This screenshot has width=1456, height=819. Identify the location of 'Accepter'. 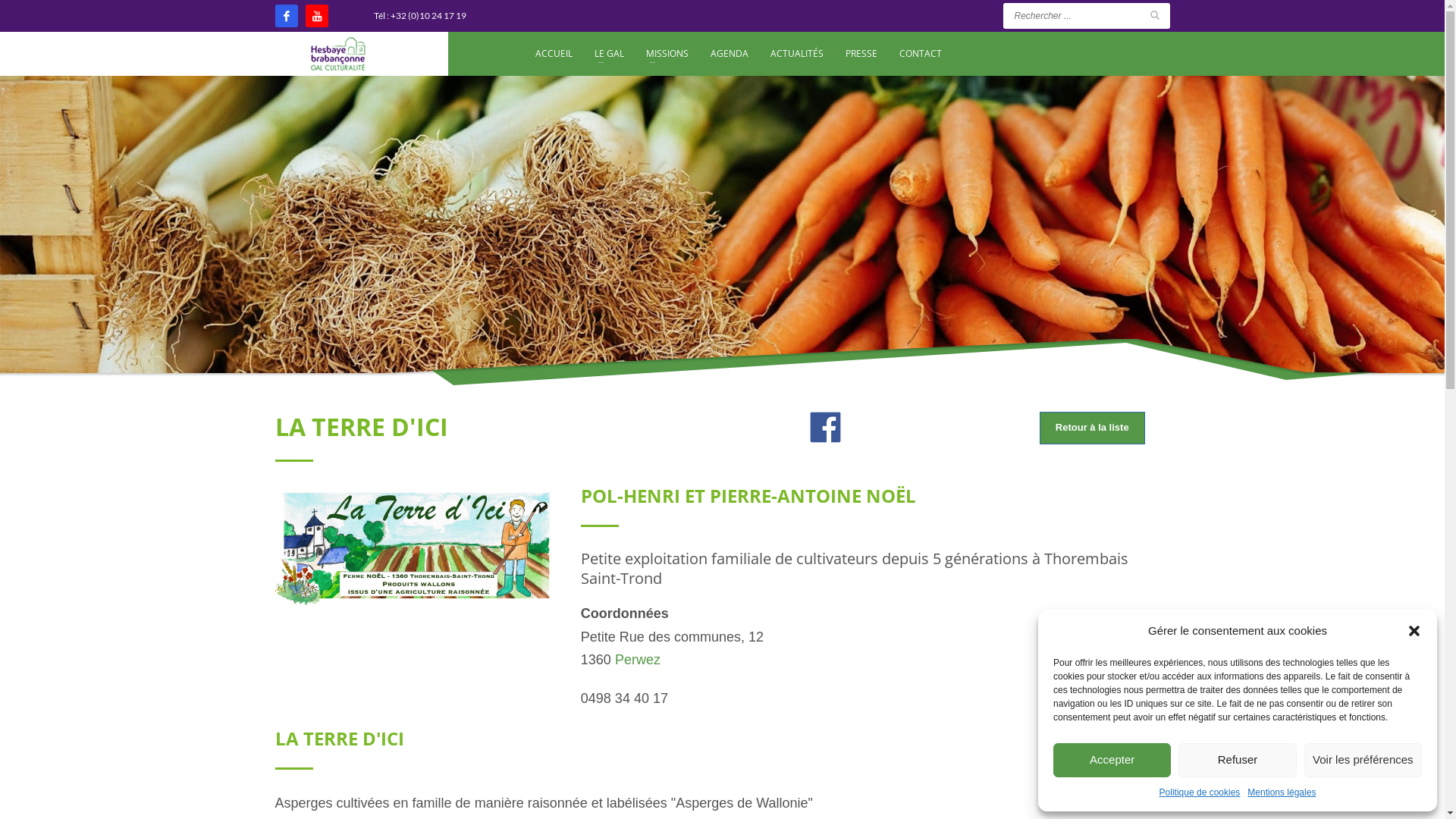
(1112, 760).